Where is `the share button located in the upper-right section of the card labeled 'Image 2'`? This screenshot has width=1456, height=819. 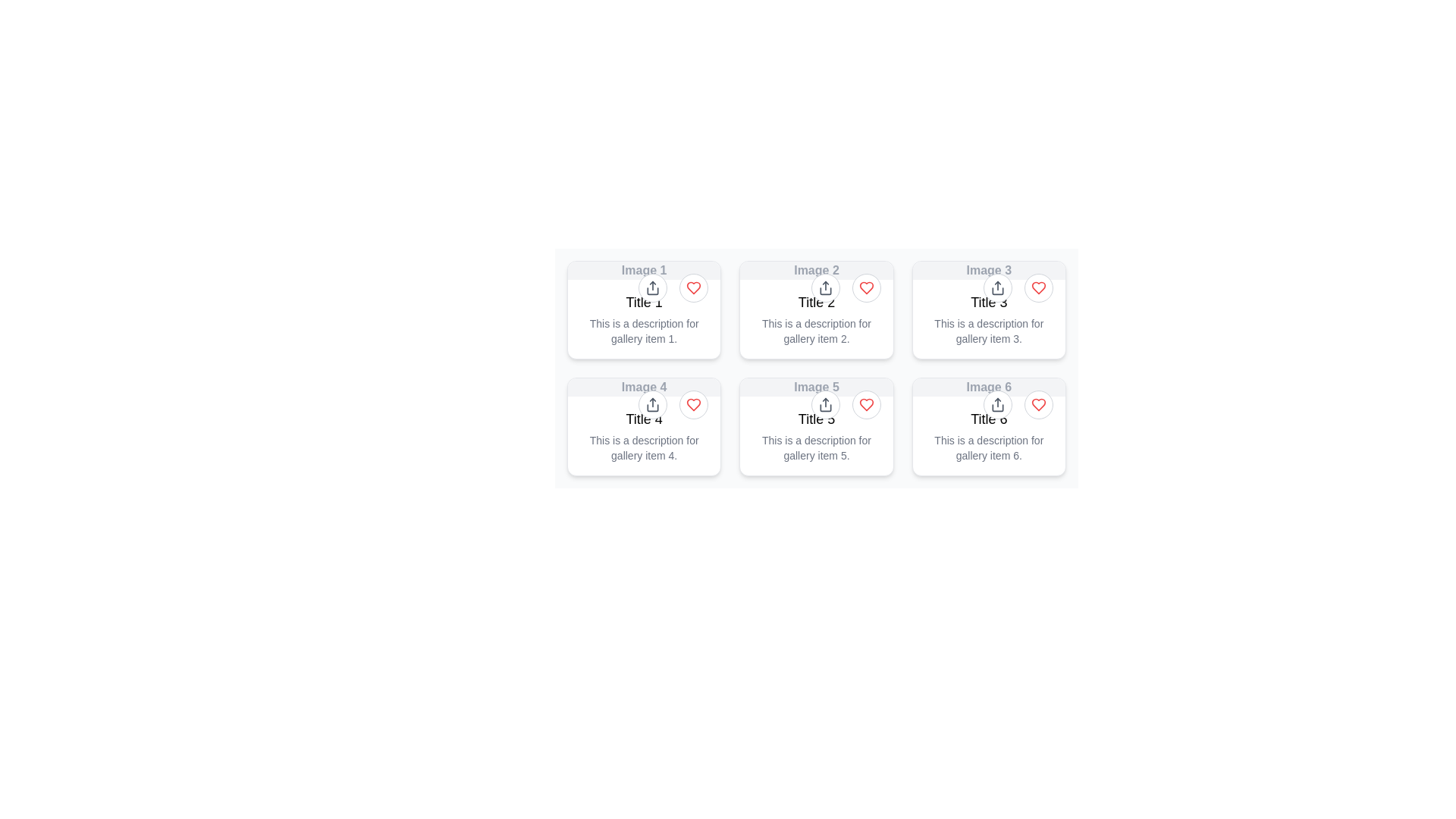
the share button located in the upper-right section of the card labeled 'Image 2' is located at coordinates (824, 288).